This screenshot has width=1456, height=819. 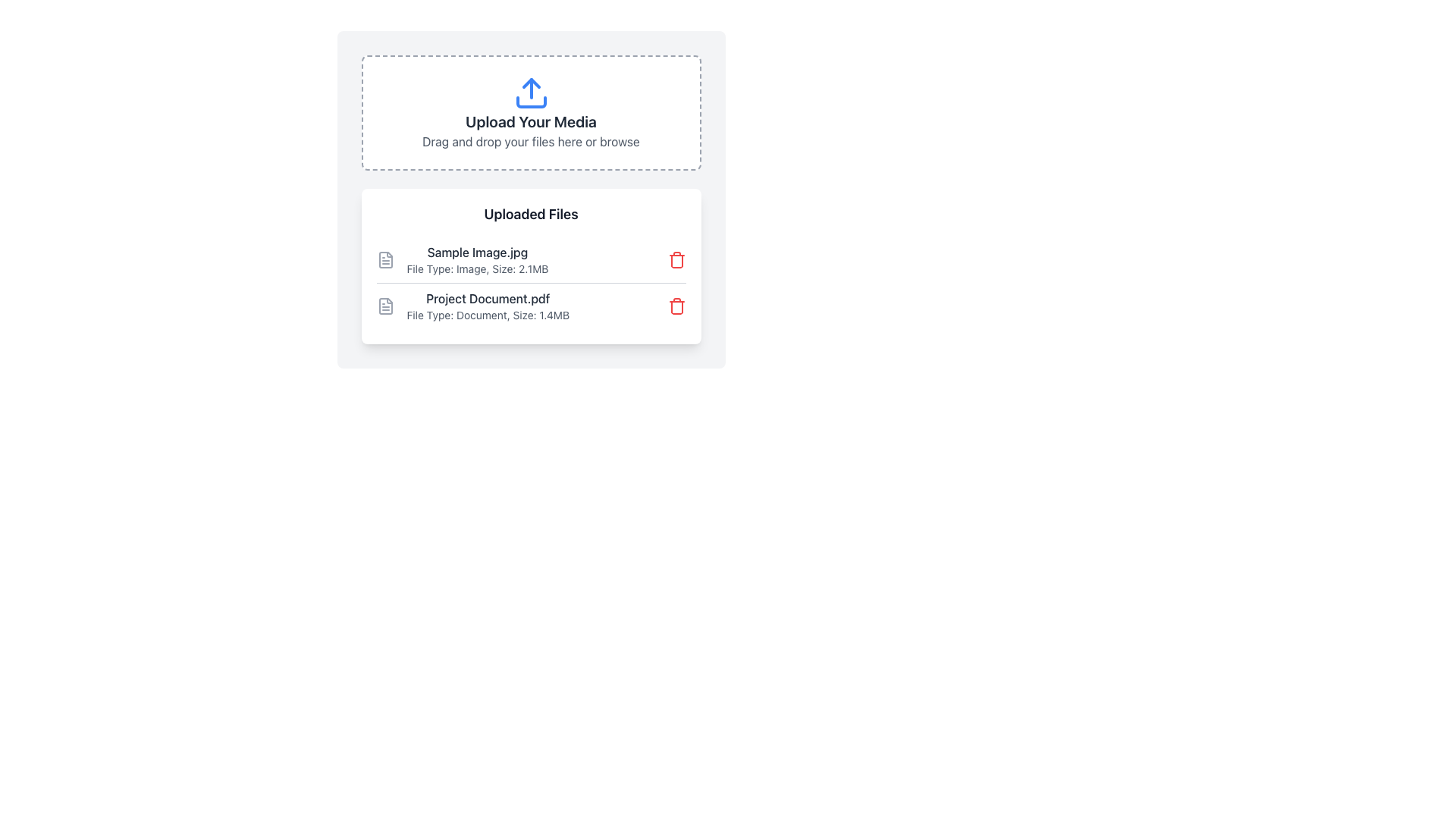 What do you see at coordinates (531, 102) in the screenshot?
I see `the decorative graphic element of the upload icon located at the top center of the 'Upload Your Media' section, which serves as the foundation of the upload symbol` at bounding box center [531, 102].